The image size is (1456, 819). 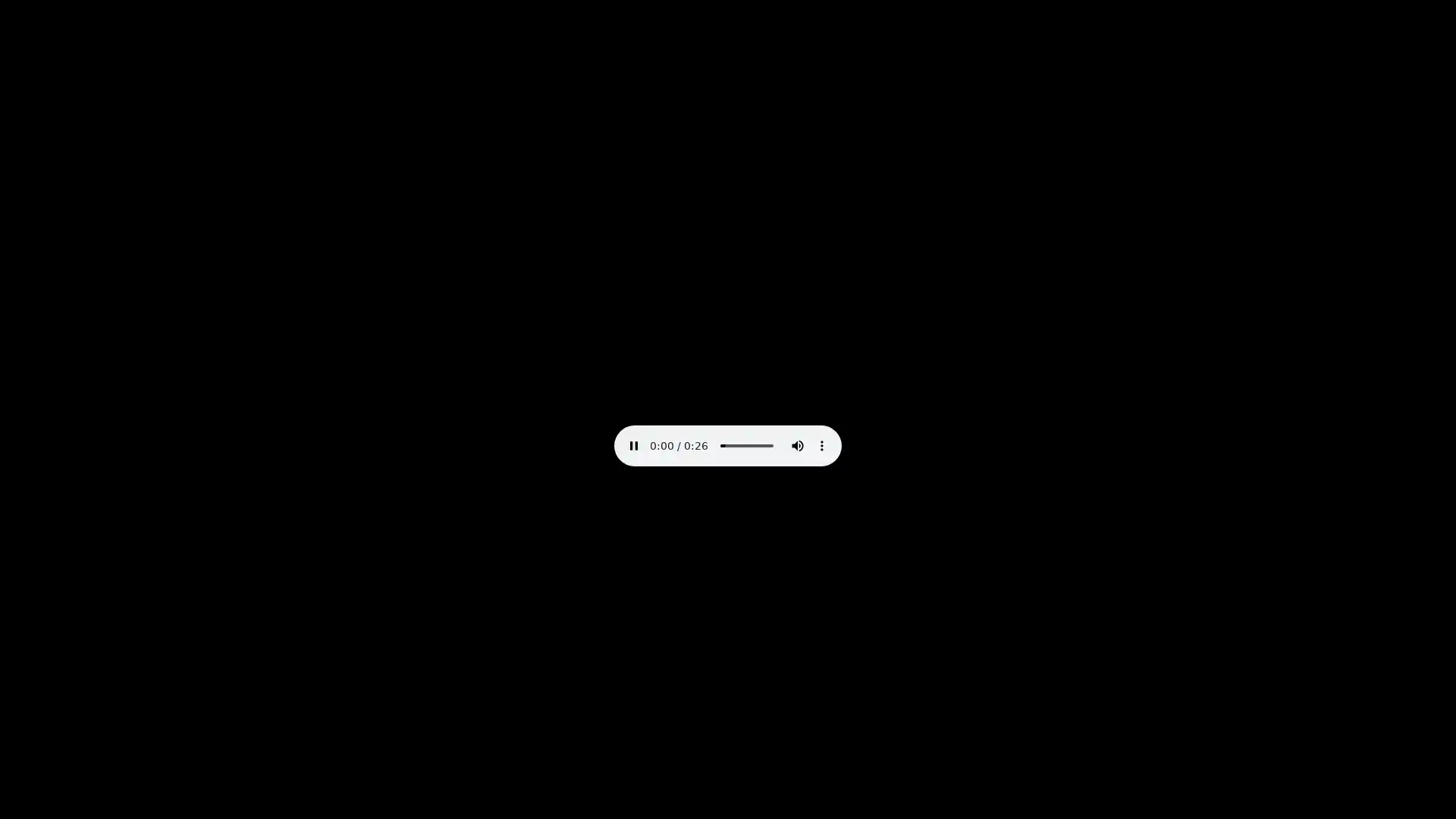 I want to click on pause, so click(x=633, y=444).